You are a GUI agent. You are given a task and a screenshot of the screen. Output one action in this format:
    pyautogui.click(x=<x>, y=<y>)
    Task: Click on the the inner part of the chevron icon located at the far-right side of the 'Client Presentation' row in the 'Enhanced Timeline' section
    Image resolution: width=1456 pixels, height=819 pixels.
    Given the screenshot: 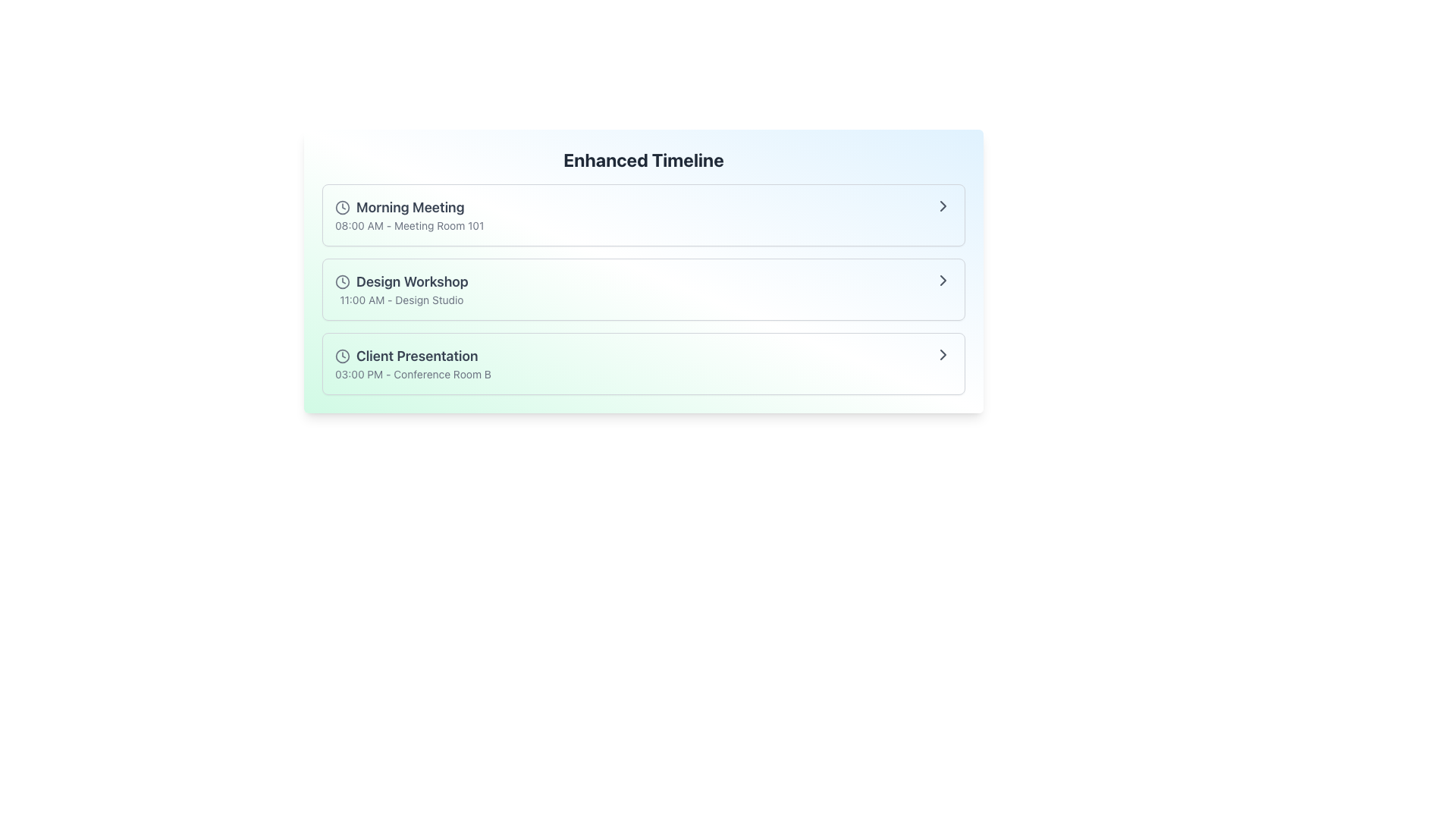 What is the action you would take?
    pyautogui.click(x=942, y=354)
    